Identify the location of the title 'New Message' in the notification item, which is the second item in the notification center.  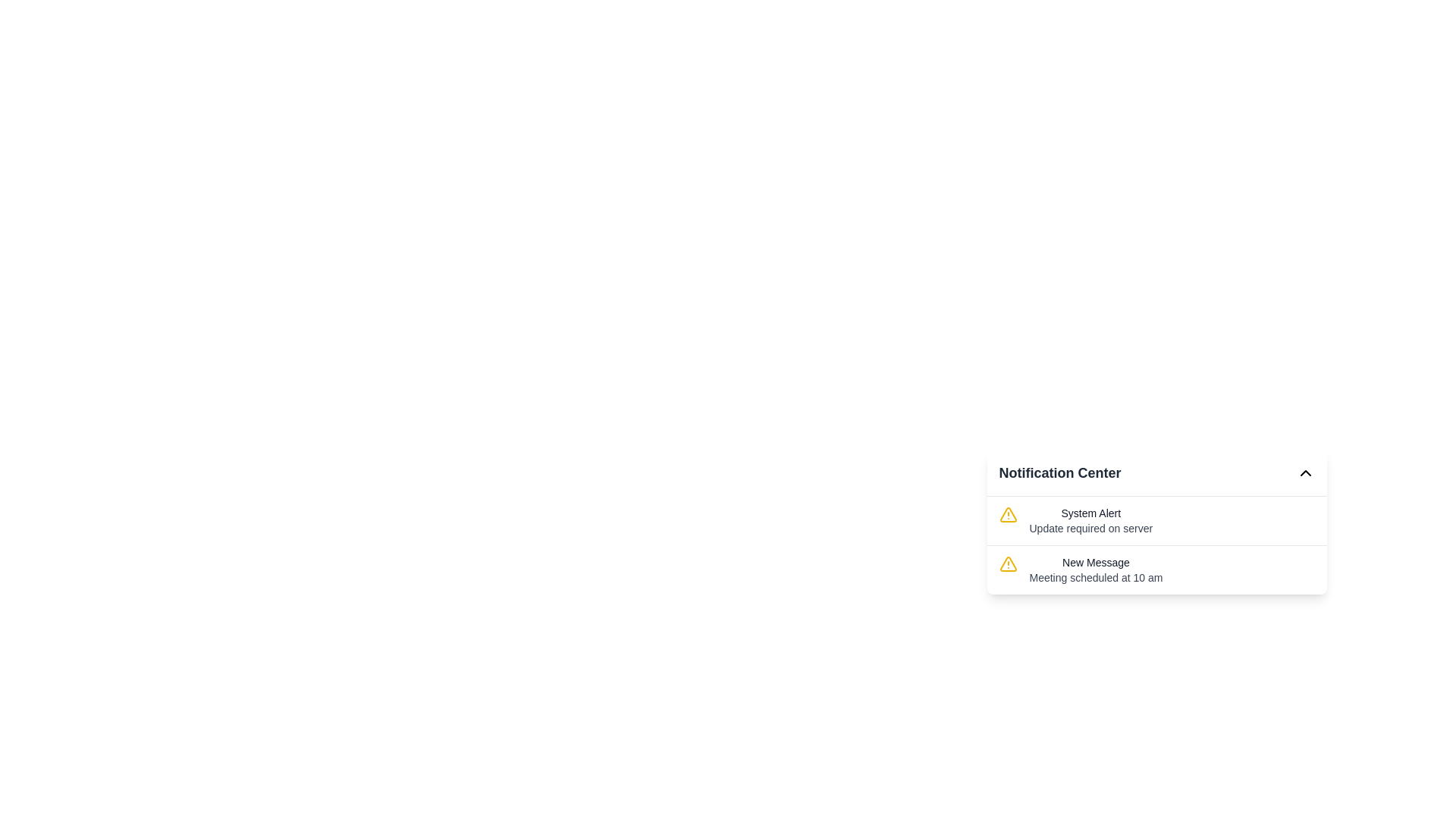
(1156, 570).